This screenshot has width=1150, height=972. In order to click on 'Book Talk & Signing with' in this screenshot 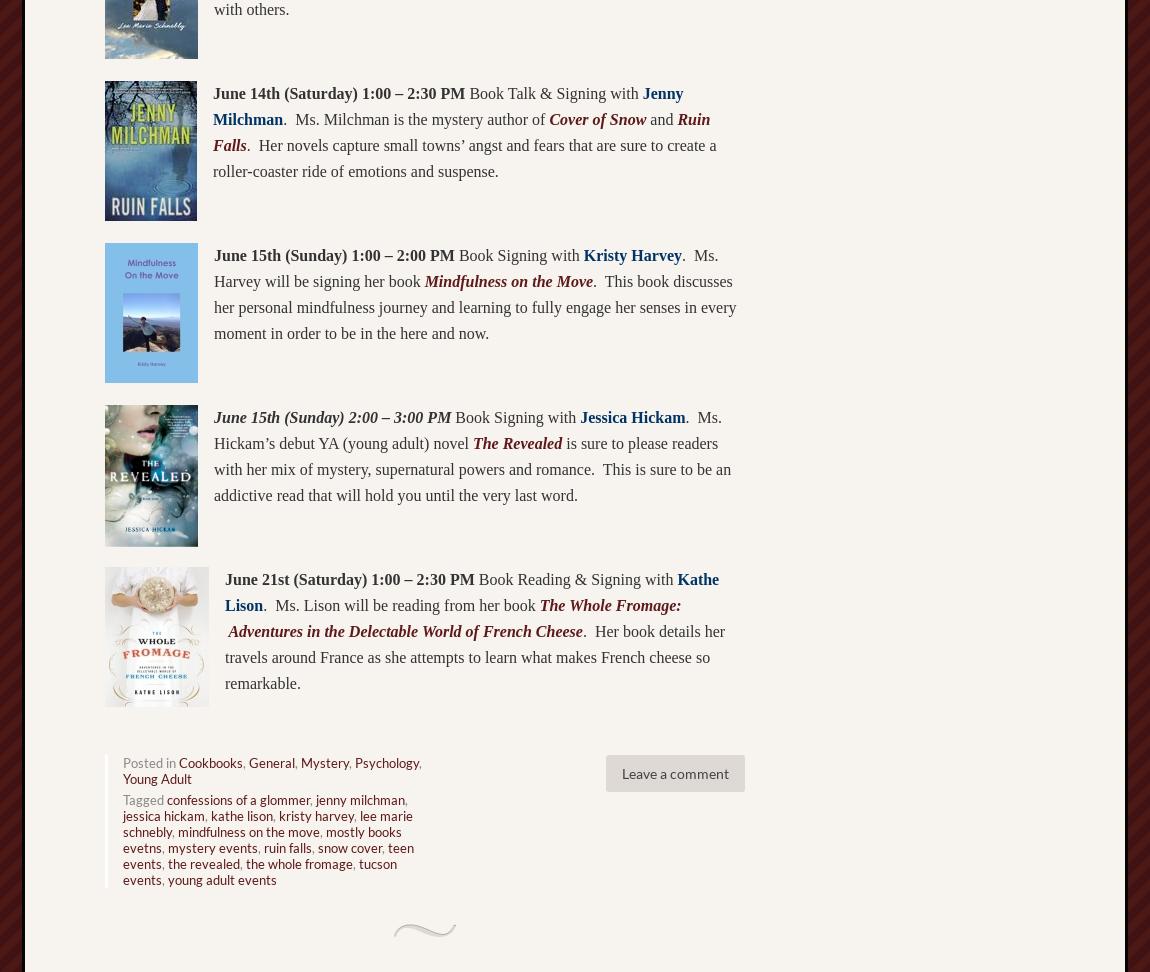, I will do `click(553, 91)`.